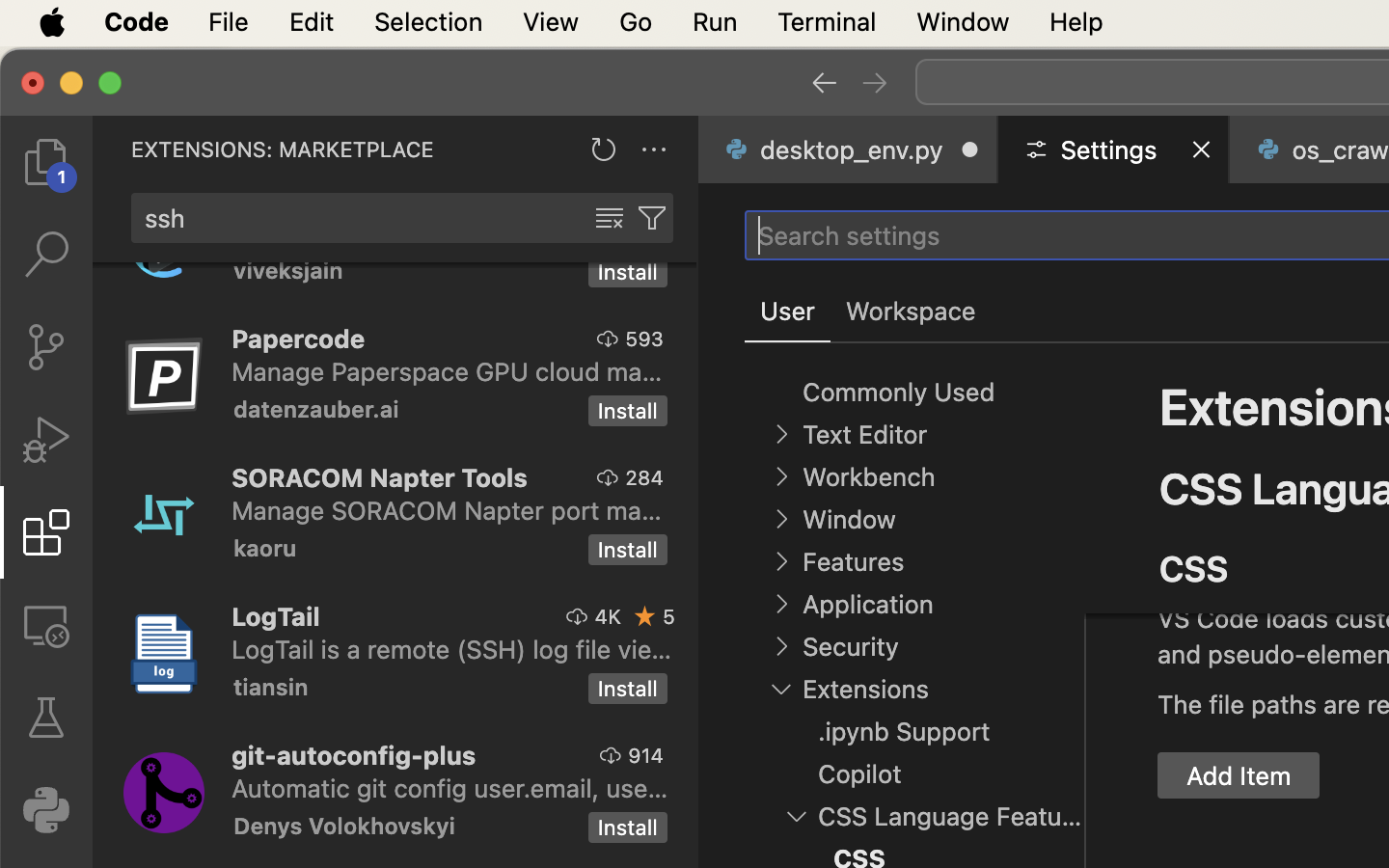 The width and height of the screenshot is (1389, 868). Describe the element at coordinates (274, 616) in the screenshot. I see `'LogTail'` at that location.